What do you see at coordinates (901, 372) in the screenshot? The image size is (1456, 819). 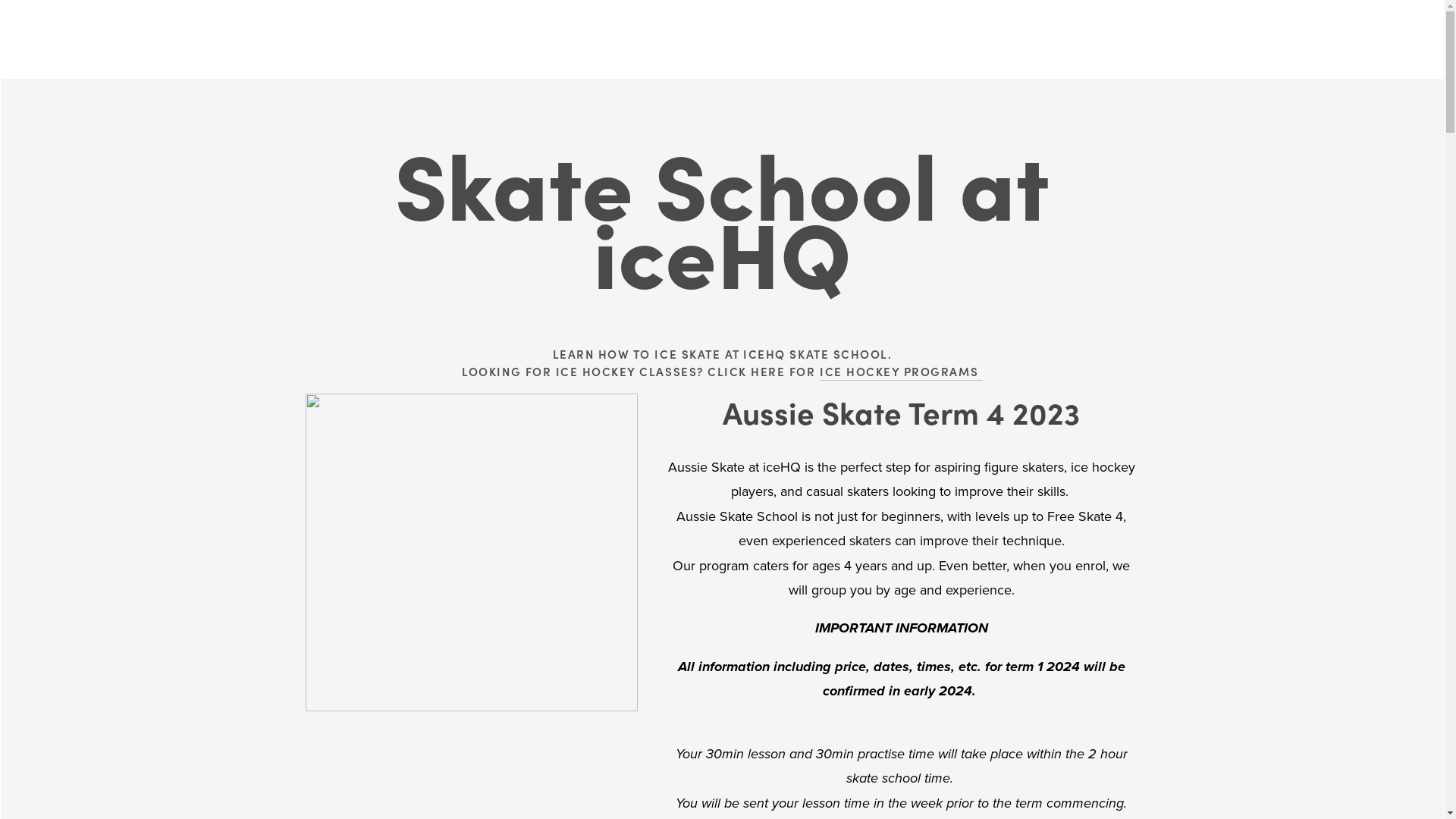 I see `'ICE HOCKEY PROGRAMS '` at bounding box center [901, 372].